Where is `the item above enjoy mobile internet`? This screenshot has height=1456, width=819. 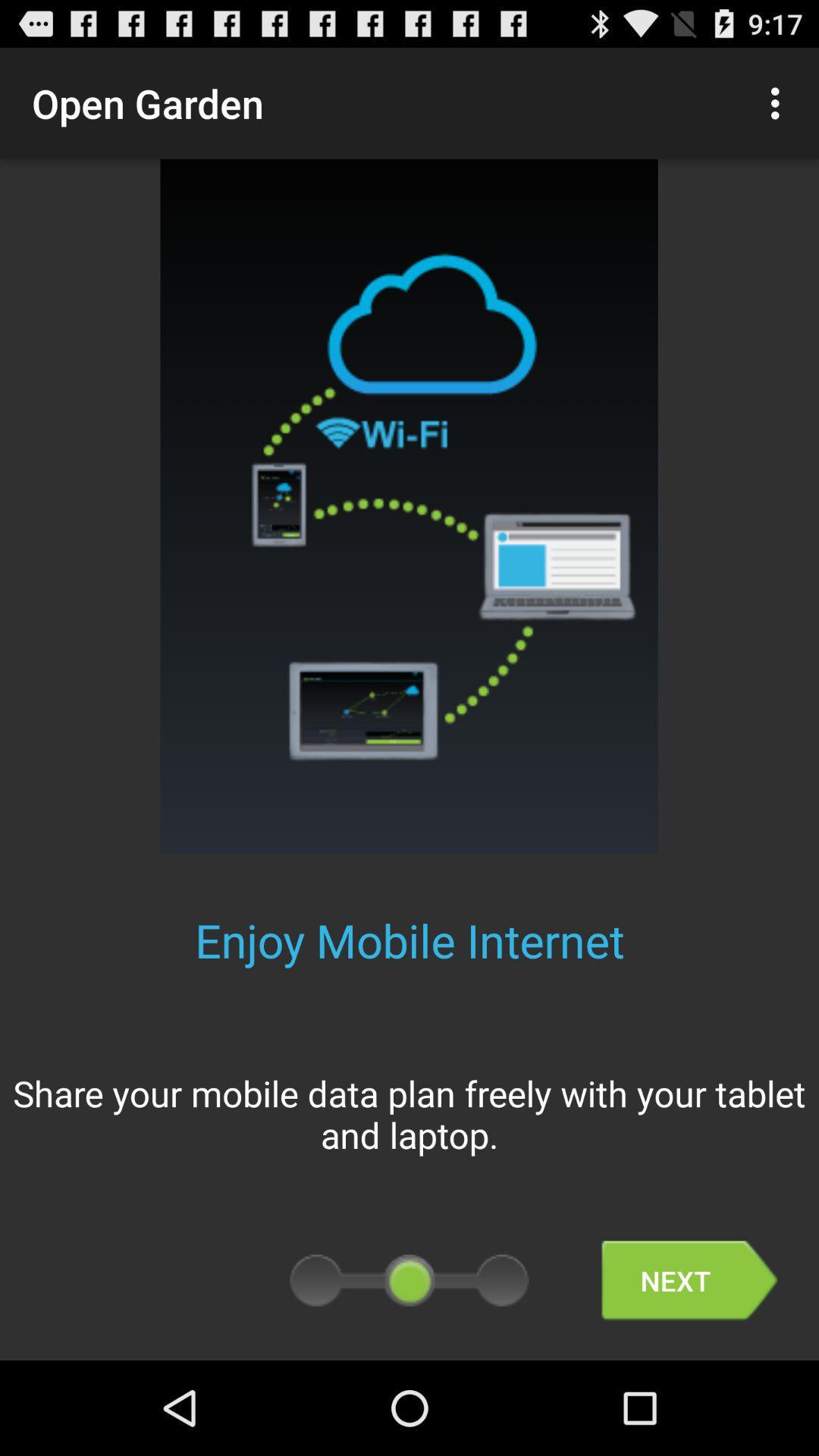
the item above enjoy mobile internet is located at coordinates (779, 102).